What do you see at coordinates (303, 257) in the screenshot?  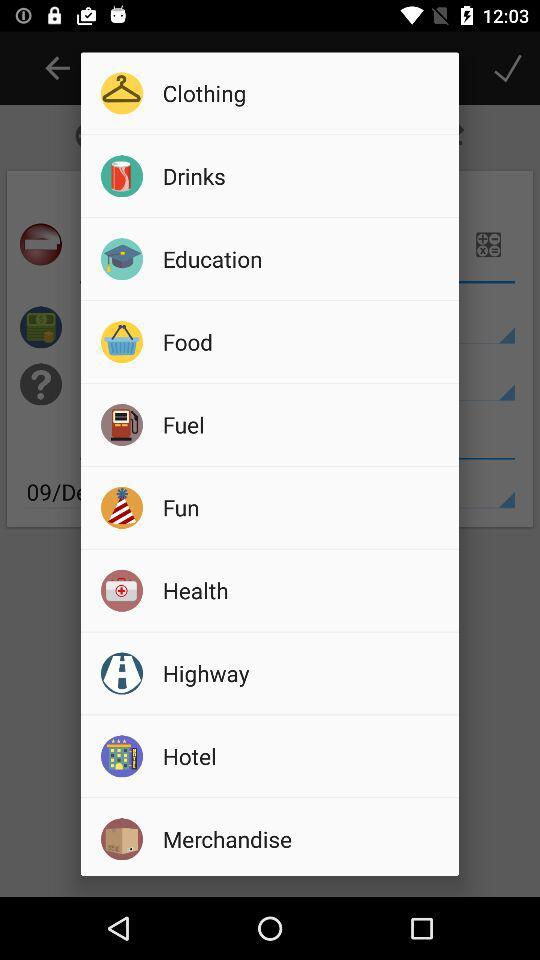 I see `the icon above the food icon` at bounding box center [303, 257].